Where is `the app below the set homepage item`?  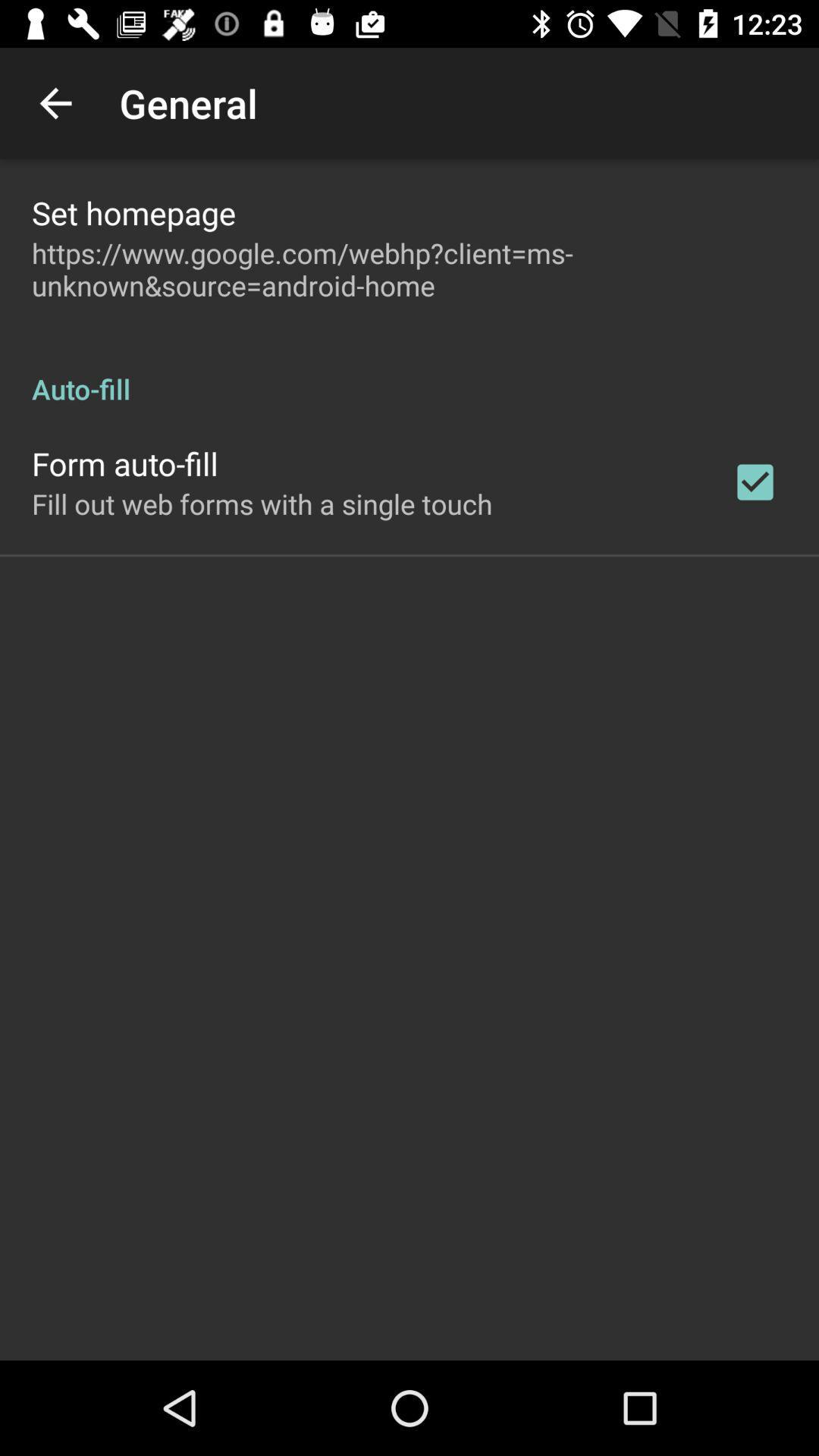
the app below the set homepage item is located at coordinates (409, 269).